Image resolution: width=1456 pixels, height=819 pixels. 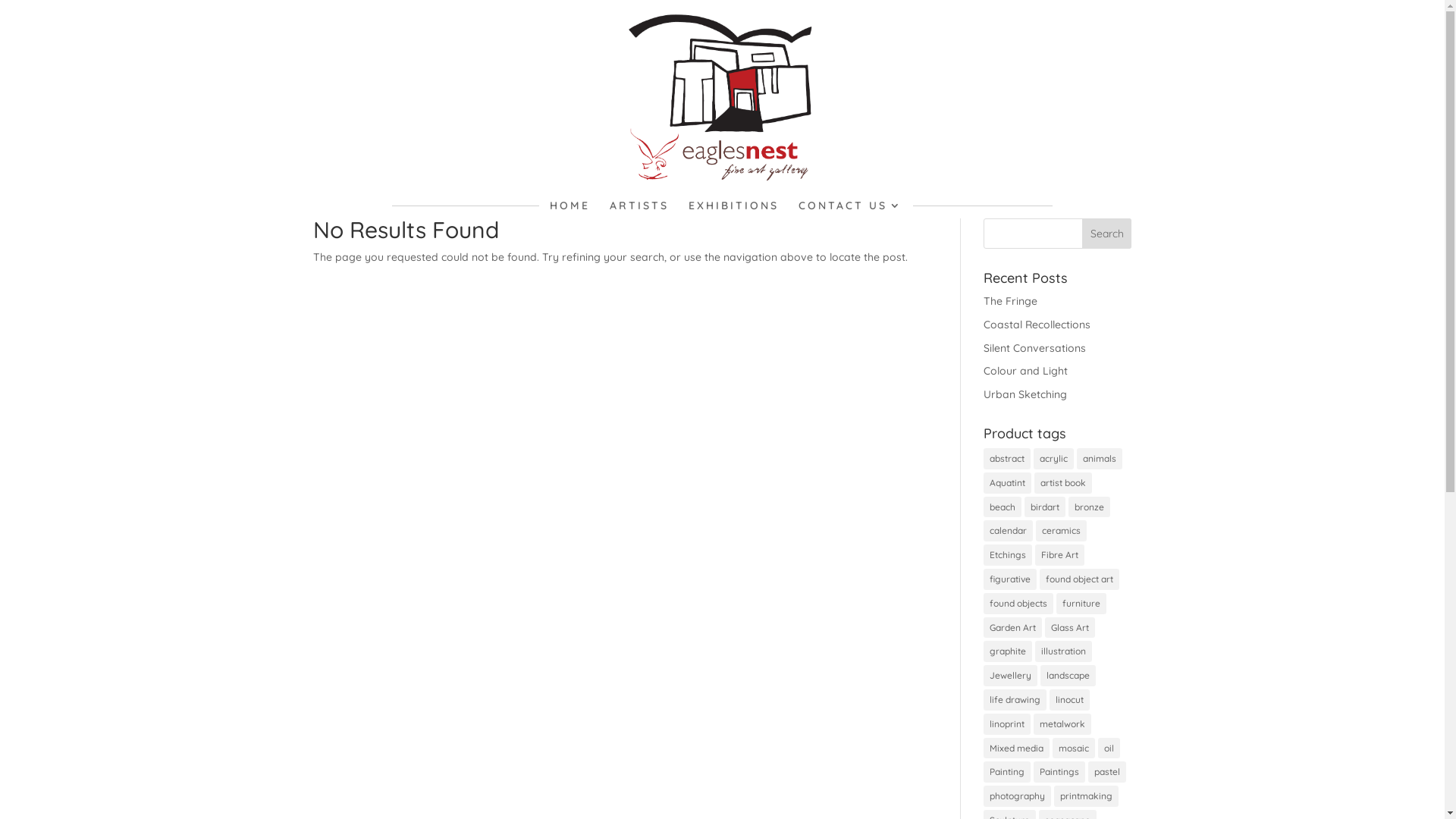 What do you see at coordinates (1081, 234) in the screenshot?
I see `'Search'` at bounding box center [1081, 234].